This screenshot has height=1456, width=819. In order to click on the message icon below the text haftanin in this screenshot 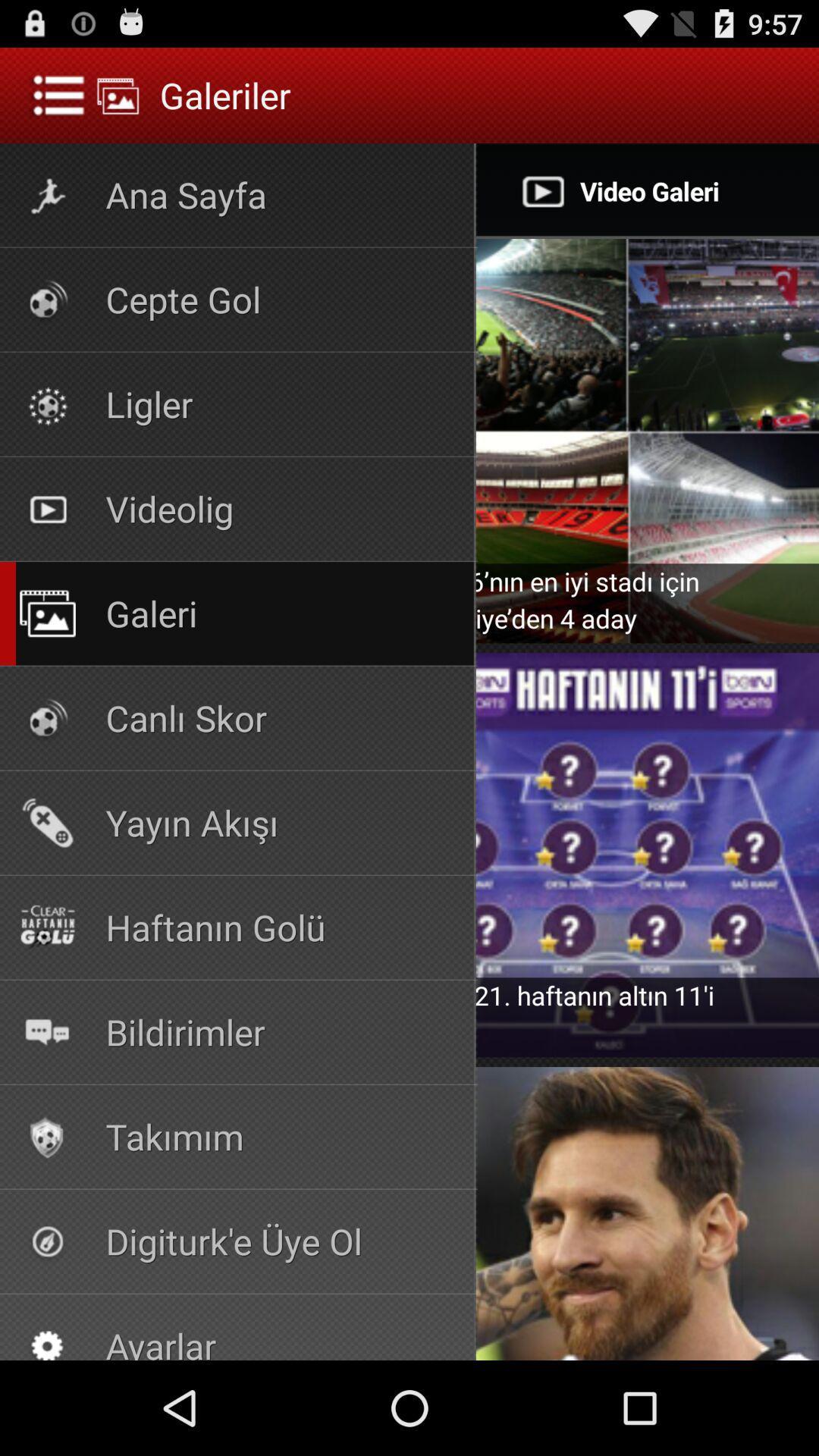, I will do `click(46, 1031)`.